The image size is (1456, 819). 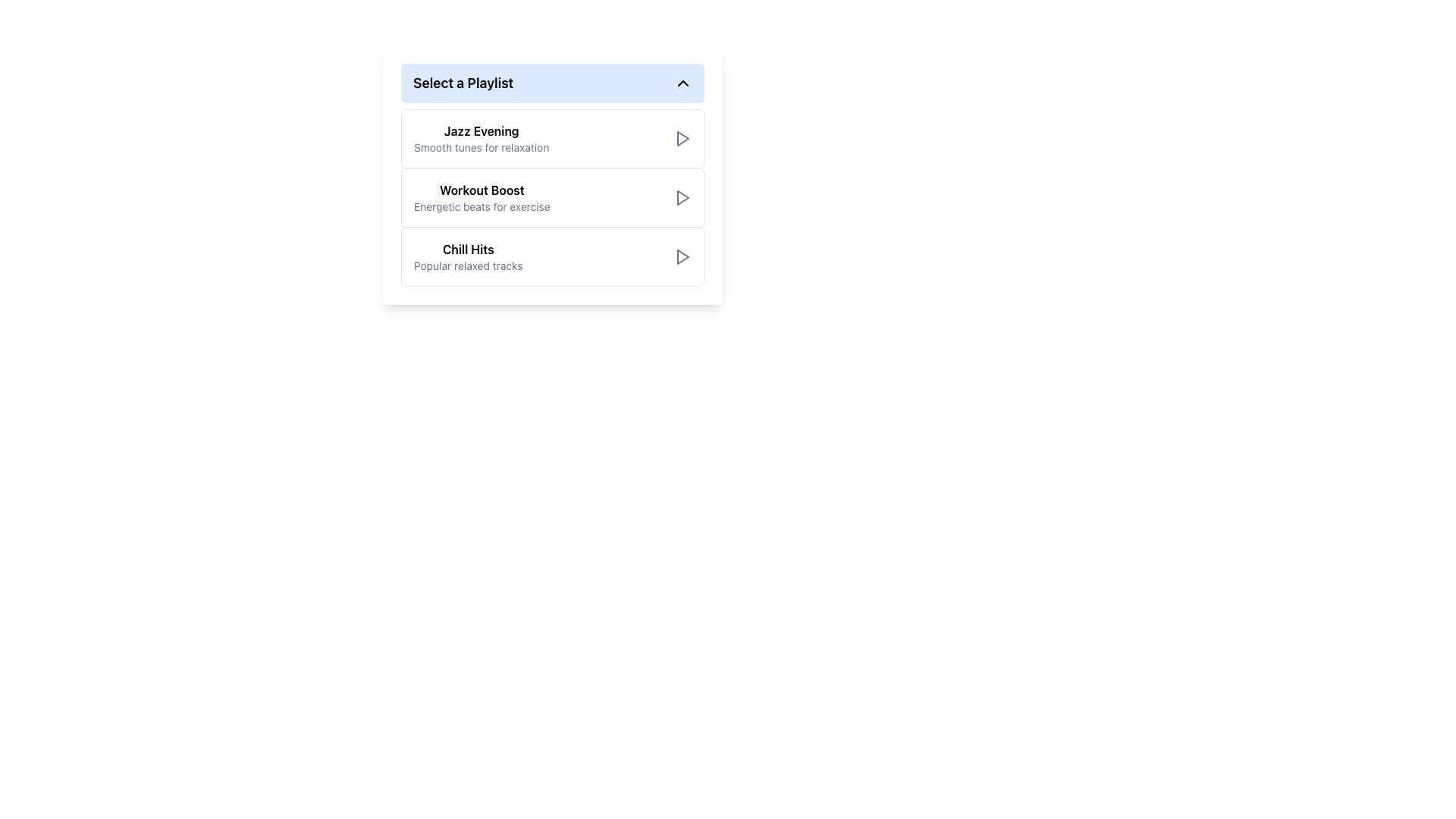 What do you see at coordinates (552, 174) in the screenshot?
I see `the 'Workout Boost' playlist option card, which is the second item in the playlist list under 'Select a Playlist'` at bounding box center [552, 174].